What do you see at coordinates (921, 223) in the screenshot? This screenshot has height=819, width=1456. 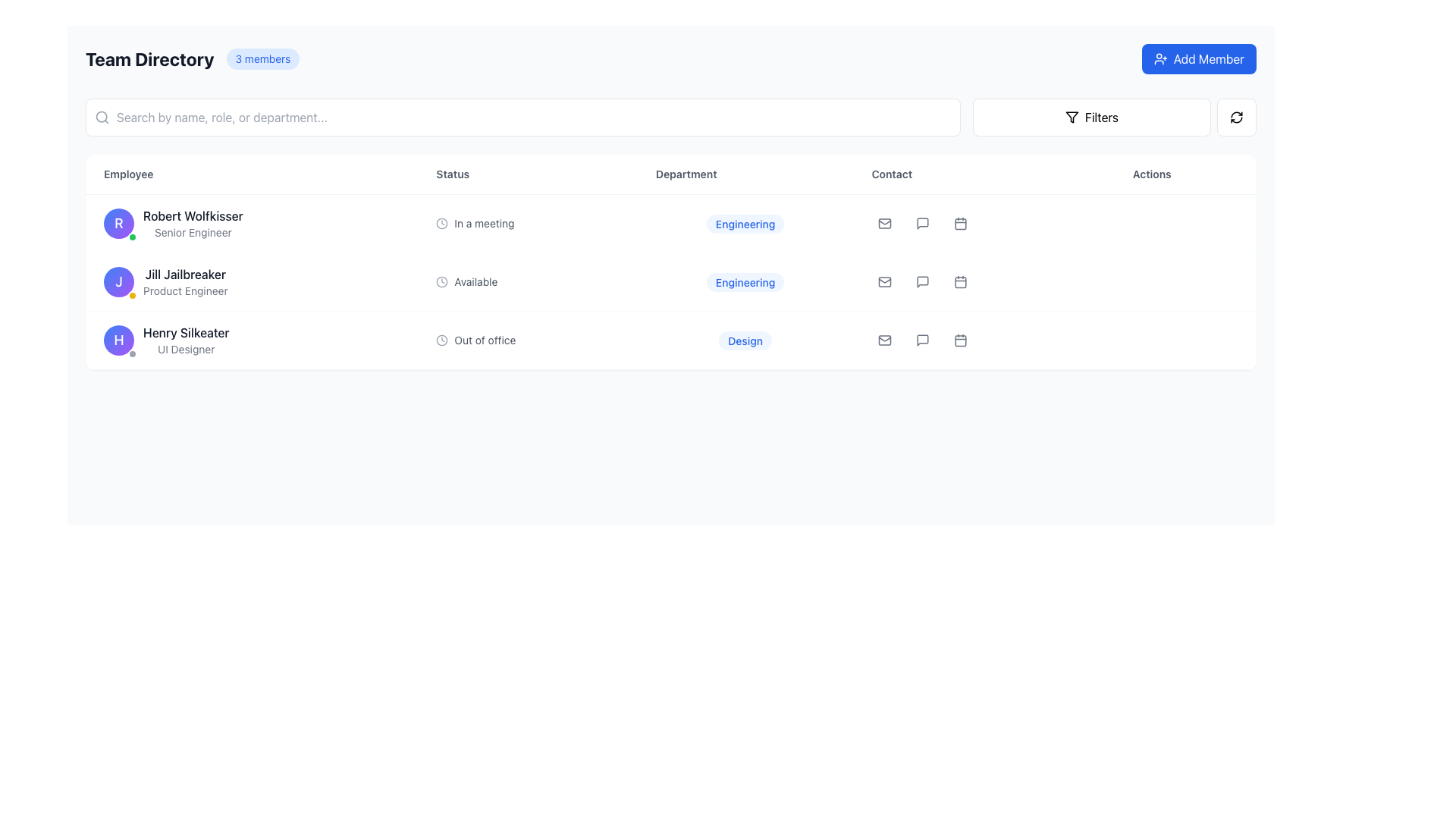 I see `the messaging SVG icon located in the 'Contact' column of the second row of the employee list, positioned between the email icon on the left and the calendar icon on the right` at bounding box center [921, 223].